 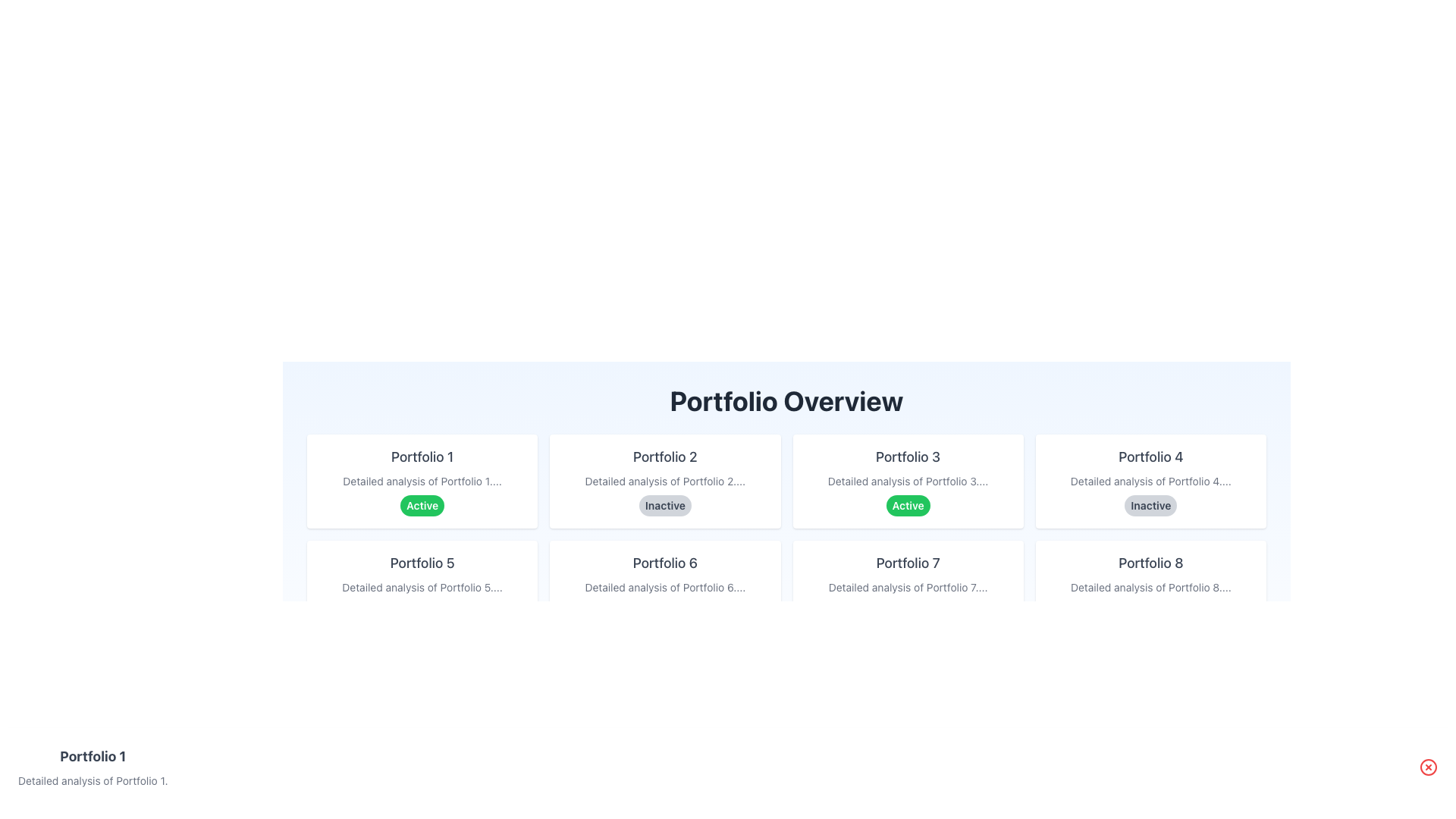 I want to click on the static label displaying 'Inactive' located at the bottom of the card titled 'Portfolio 2' in the grid layout under 'Portfolio Overview', so click(x=665, y=506).